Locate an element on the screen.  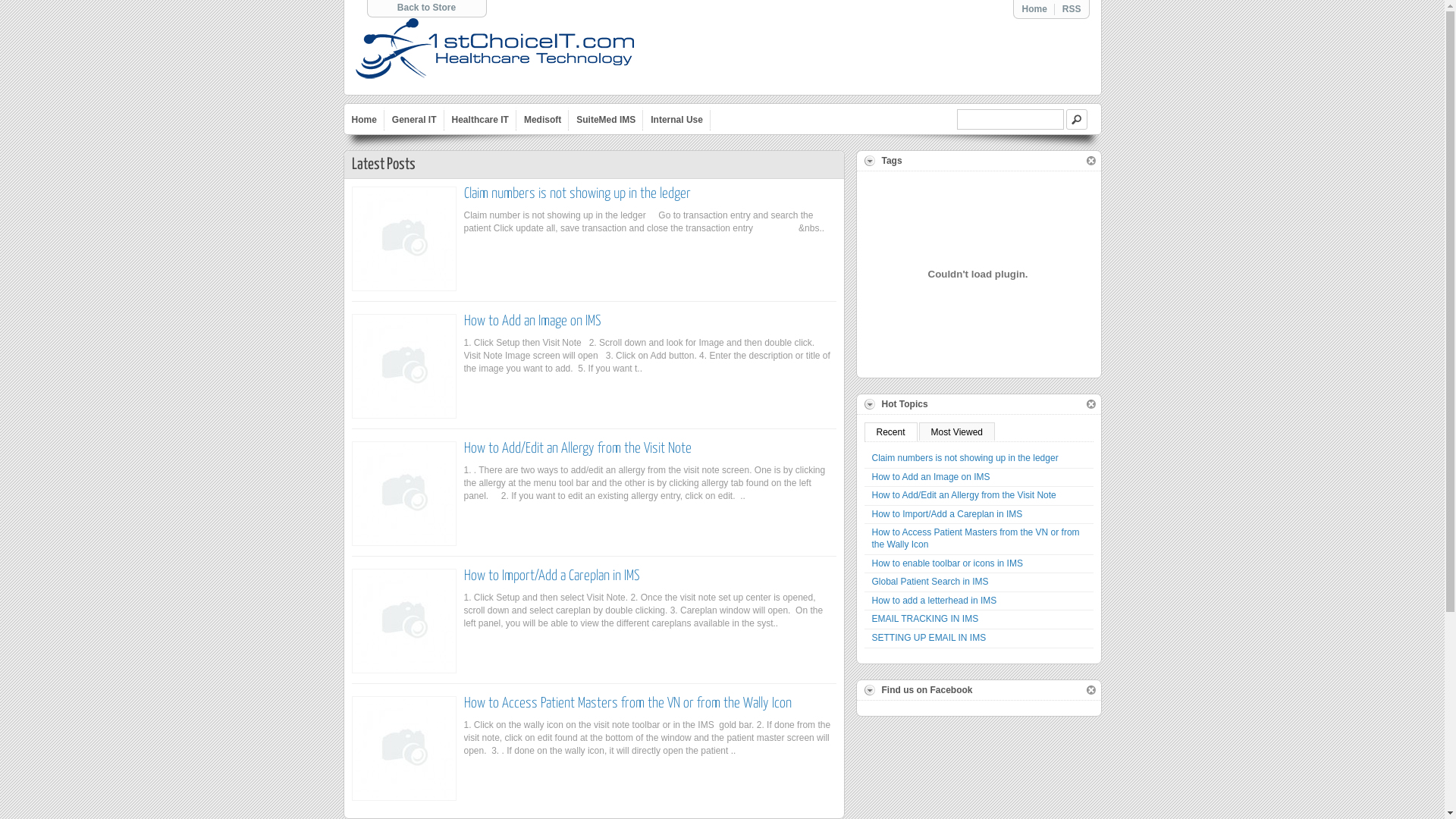
'How to enable toolbar or icons in IMS' is located at coordinates (864, 564).